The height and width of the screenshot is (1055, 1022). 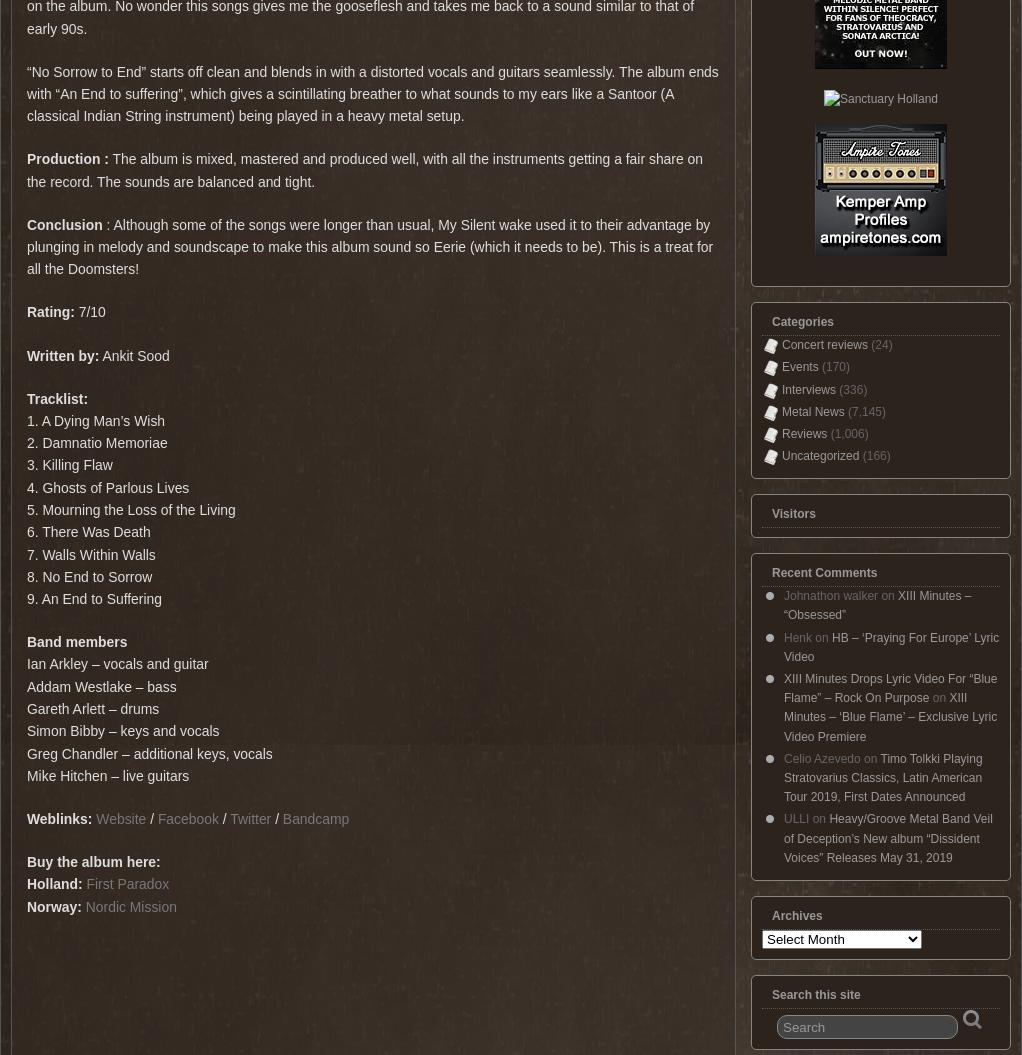 I want to click on '(166)', so click(x=874, y=454).